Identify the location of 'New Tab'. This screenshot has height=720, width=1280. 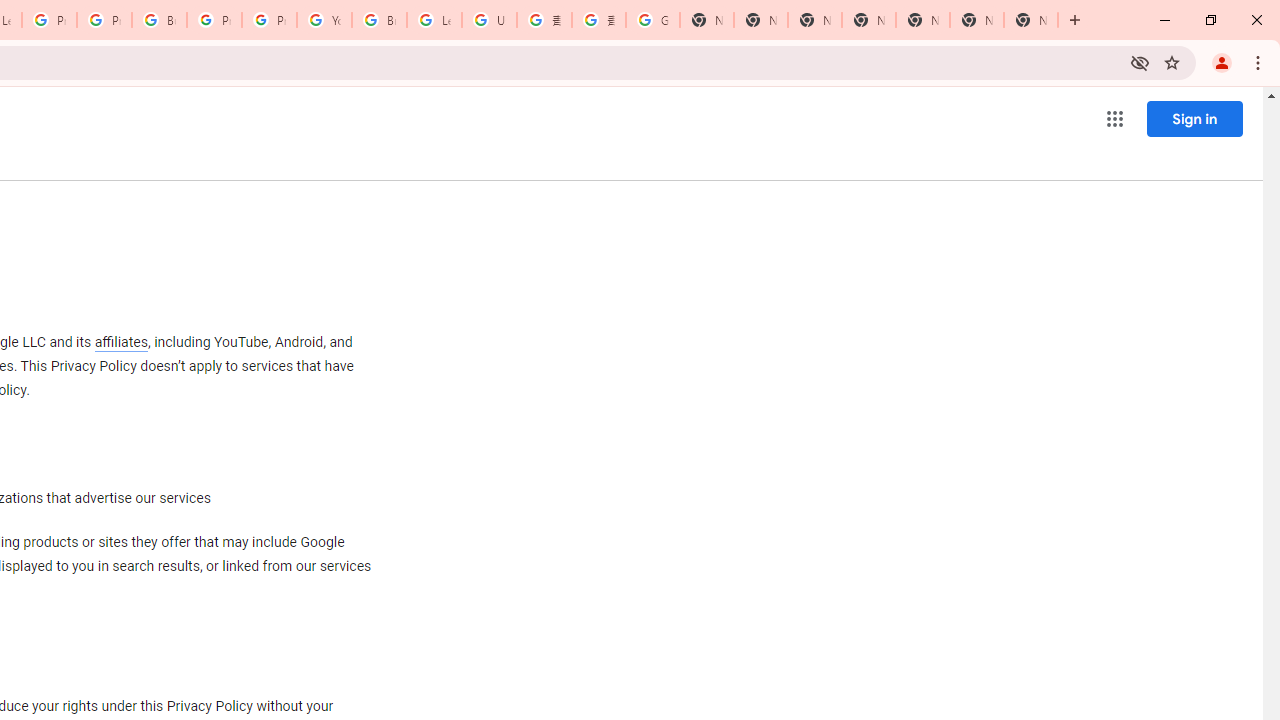
(1031, 20).